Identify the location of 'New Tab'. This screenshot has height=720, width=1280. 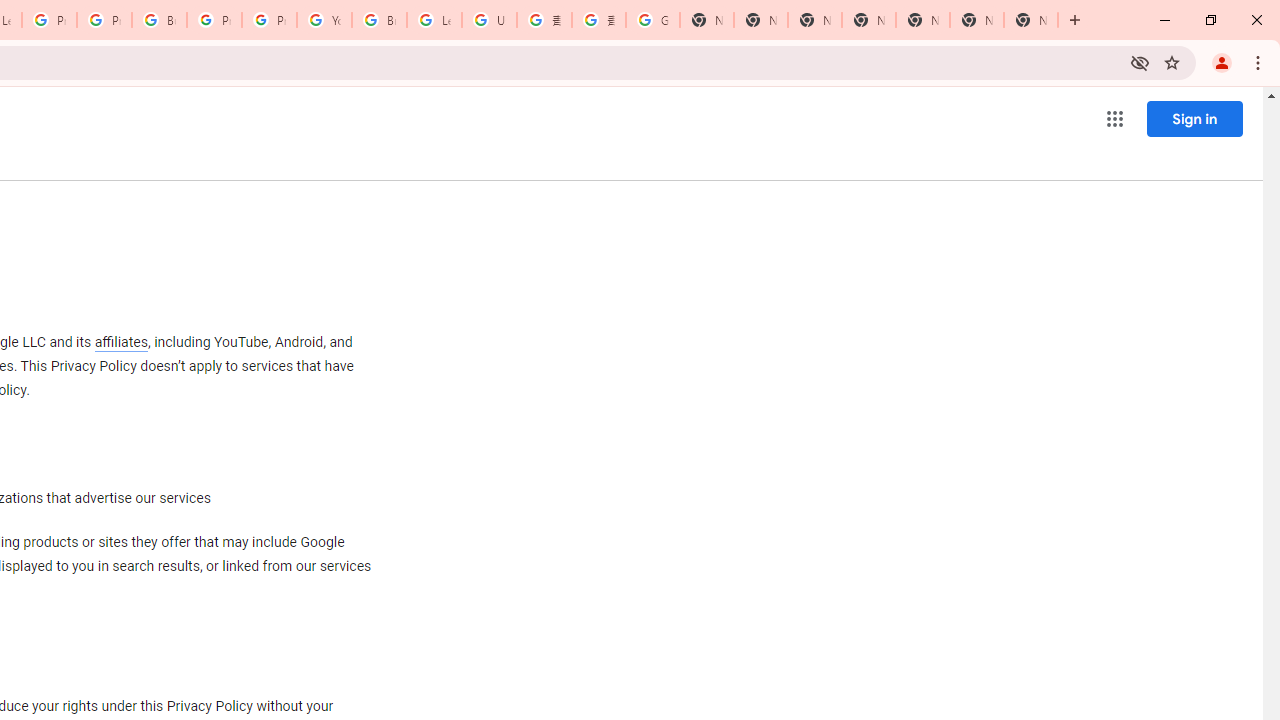
(1031, 20).